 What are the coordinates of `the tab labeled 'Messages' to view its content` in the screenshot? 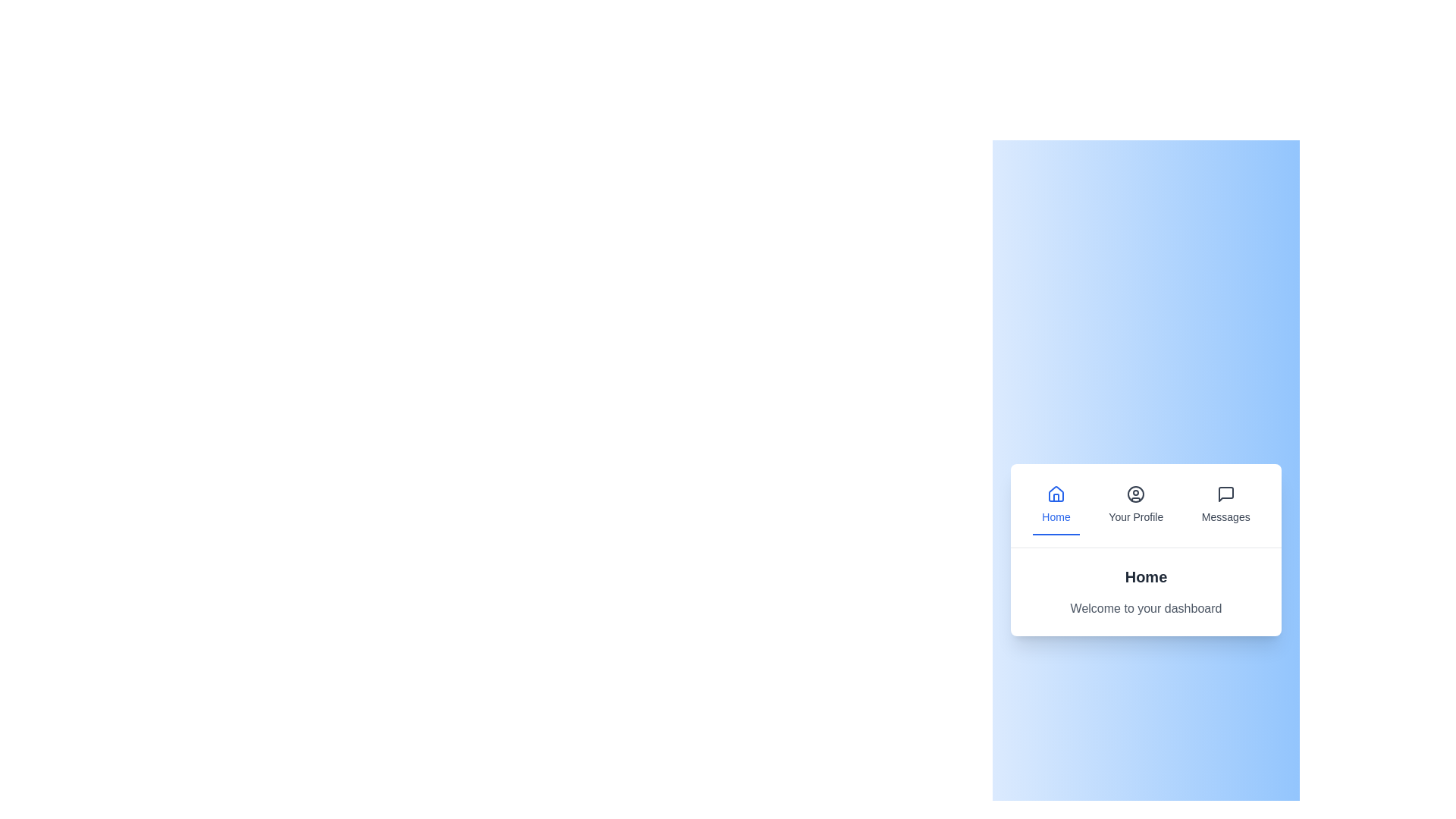 It's located at (1225, 505).